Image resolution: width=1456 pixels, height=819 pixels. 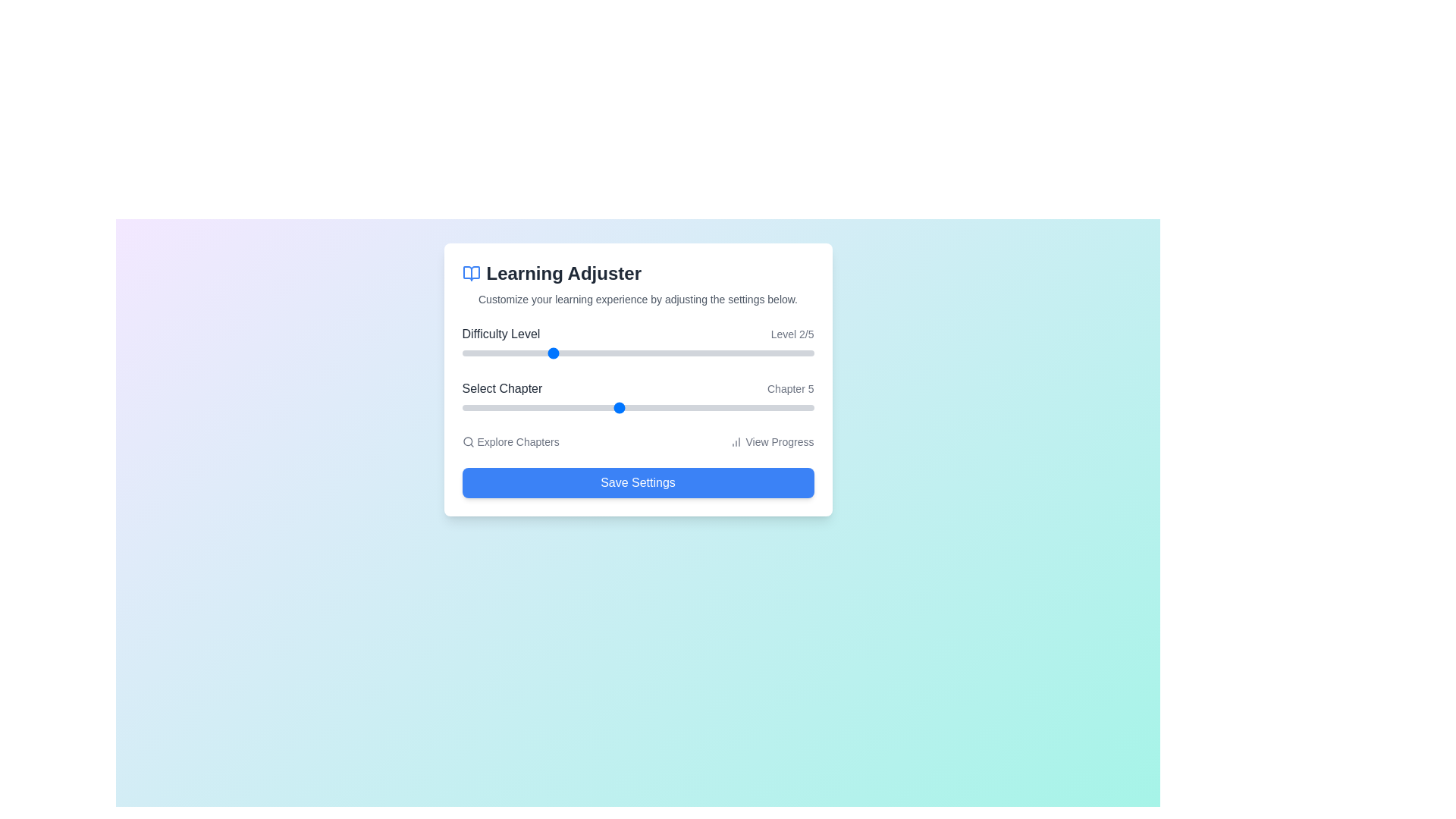 I want to click on the chapter selection slider, so click(x=618, y=406).